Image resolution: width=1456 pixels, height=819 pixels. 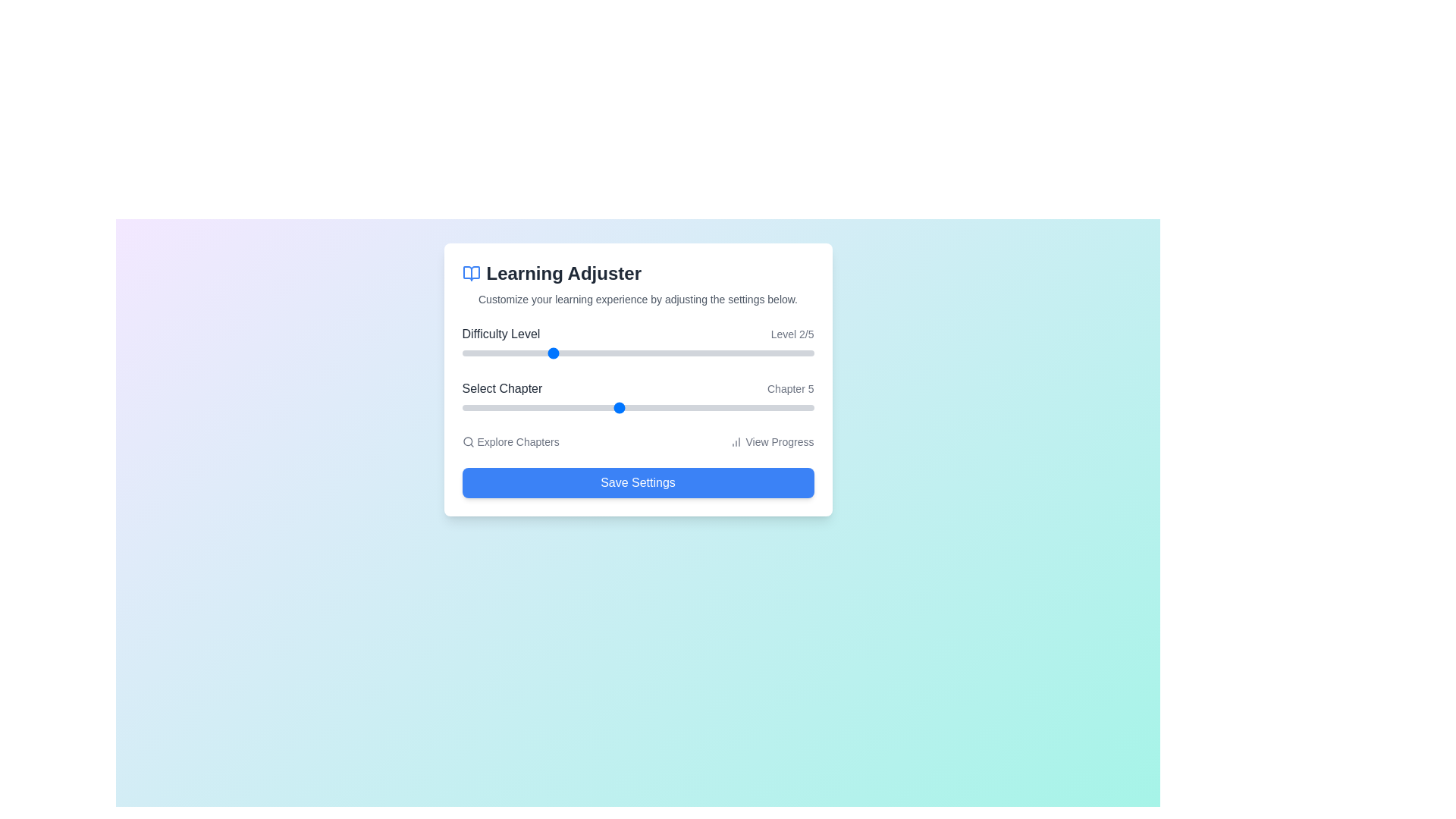 I want to click on the chapter selection slider, so click(x=618, y=406).